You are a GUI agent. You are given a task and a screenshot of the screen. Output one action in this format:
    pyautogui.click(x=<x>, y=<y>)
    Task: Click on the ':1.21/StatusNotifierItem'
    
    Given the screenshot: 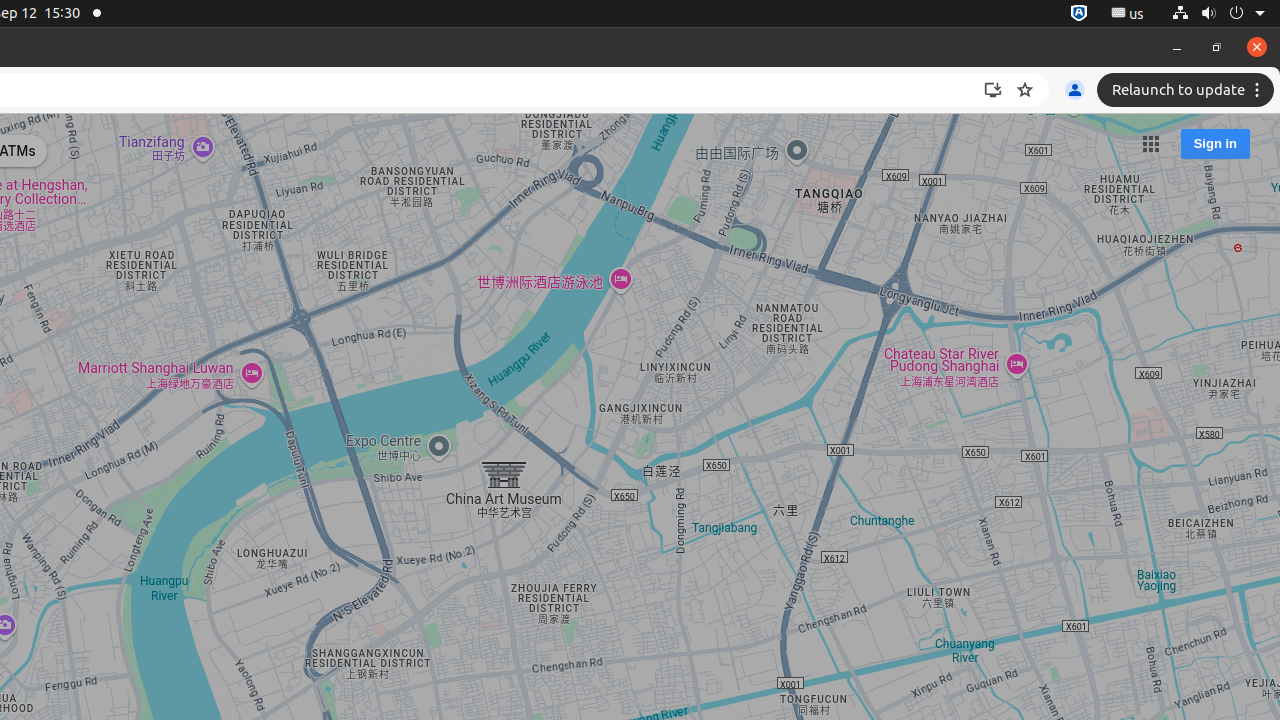 What is the action you would take?
    pyautogui.click(x=1127, y=13)
    